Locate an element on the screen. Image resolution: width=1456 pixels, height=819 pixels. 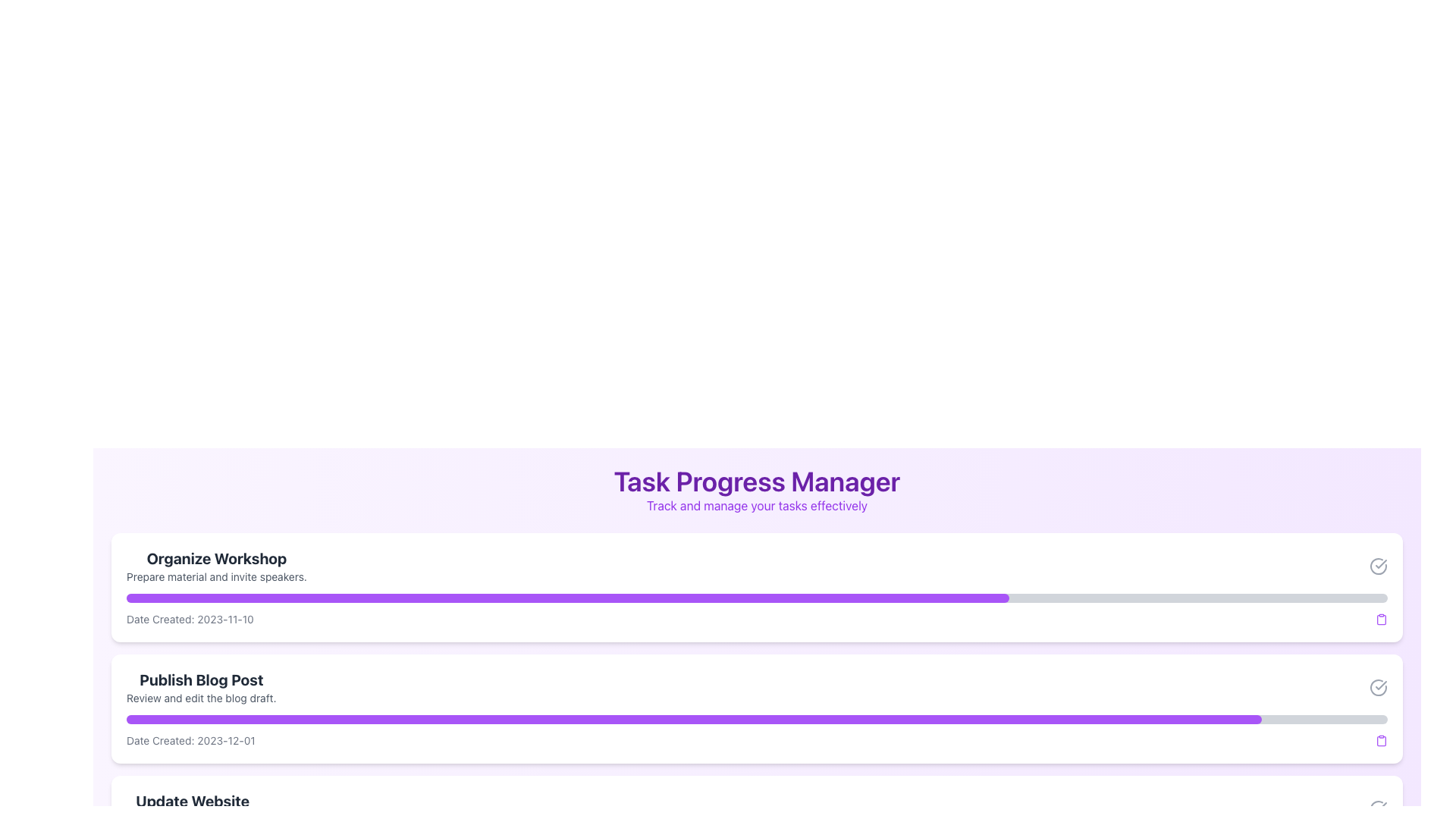
the text label displaying 'Date Created: 2023-11-10' located under the 'Organize Workshop' section in the task card is located at coordinates (189, 620).